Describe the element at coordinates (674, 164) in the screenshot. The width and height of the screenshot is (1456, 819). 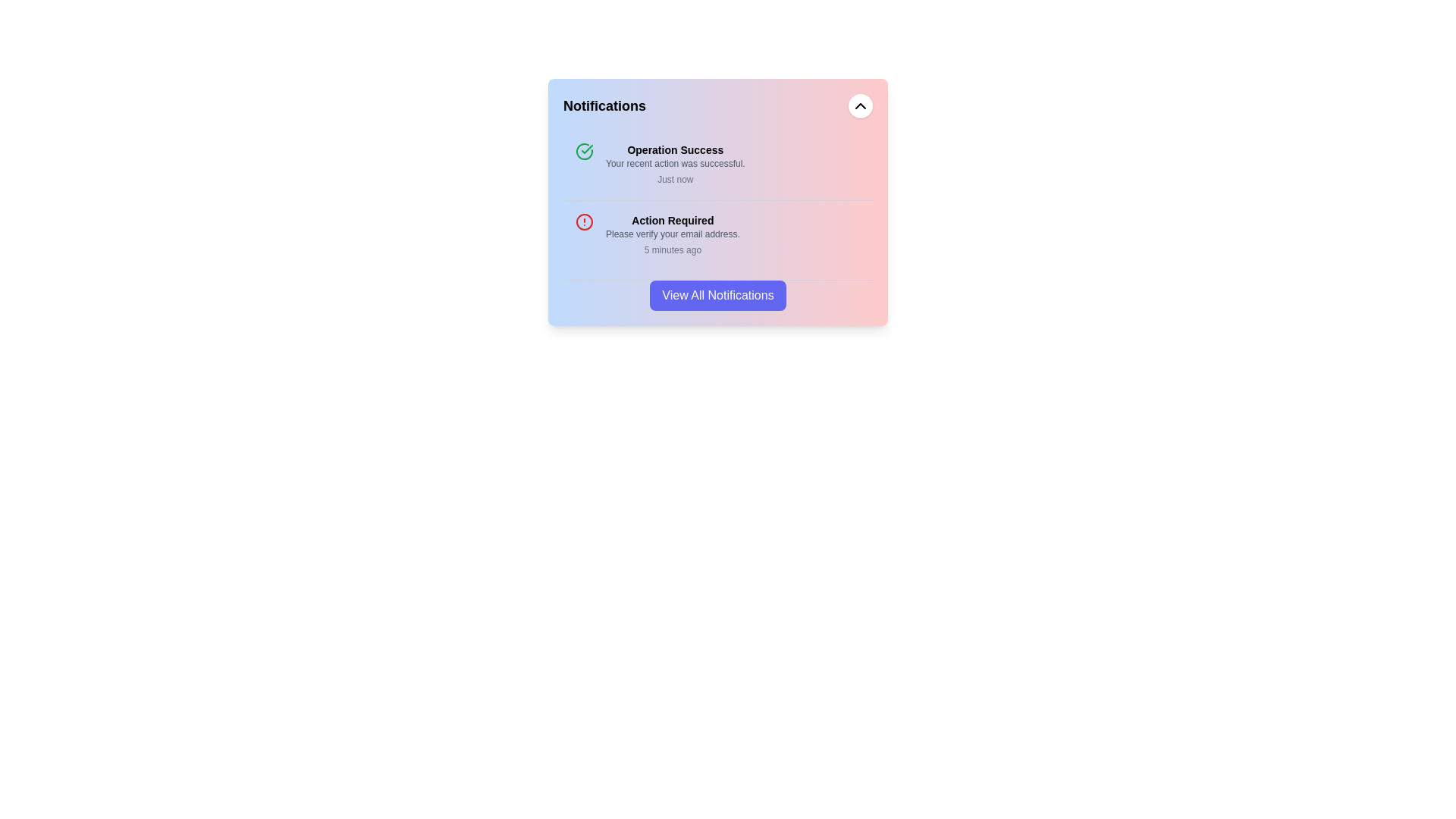
I see `the Text Label indicating the success of the user's last action, positioned beneath the title 'Operation Success' and above the timestamp 'Just now' in the notification component` at that location.